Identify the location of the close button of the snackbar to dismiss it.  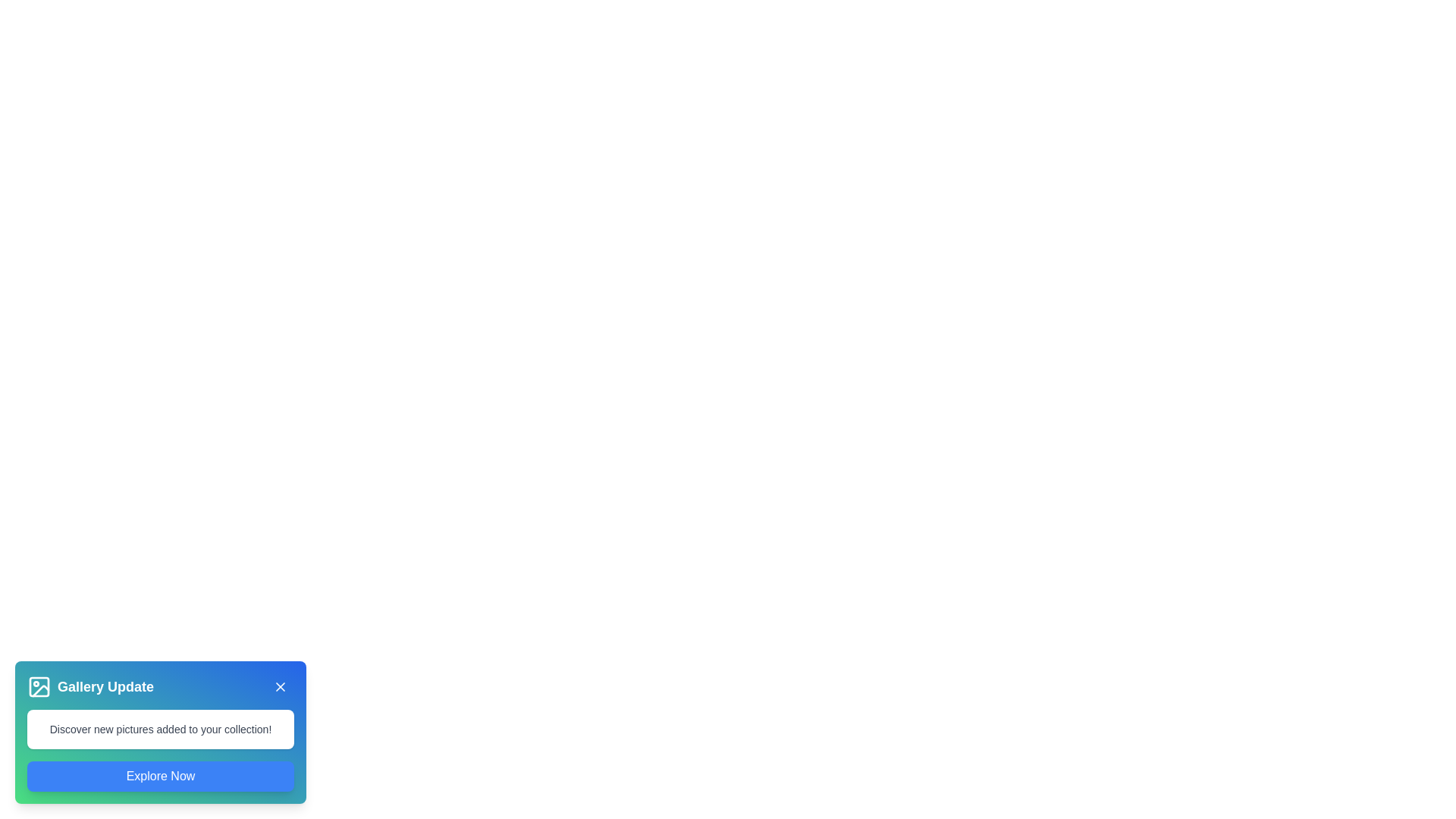
(280, 687).